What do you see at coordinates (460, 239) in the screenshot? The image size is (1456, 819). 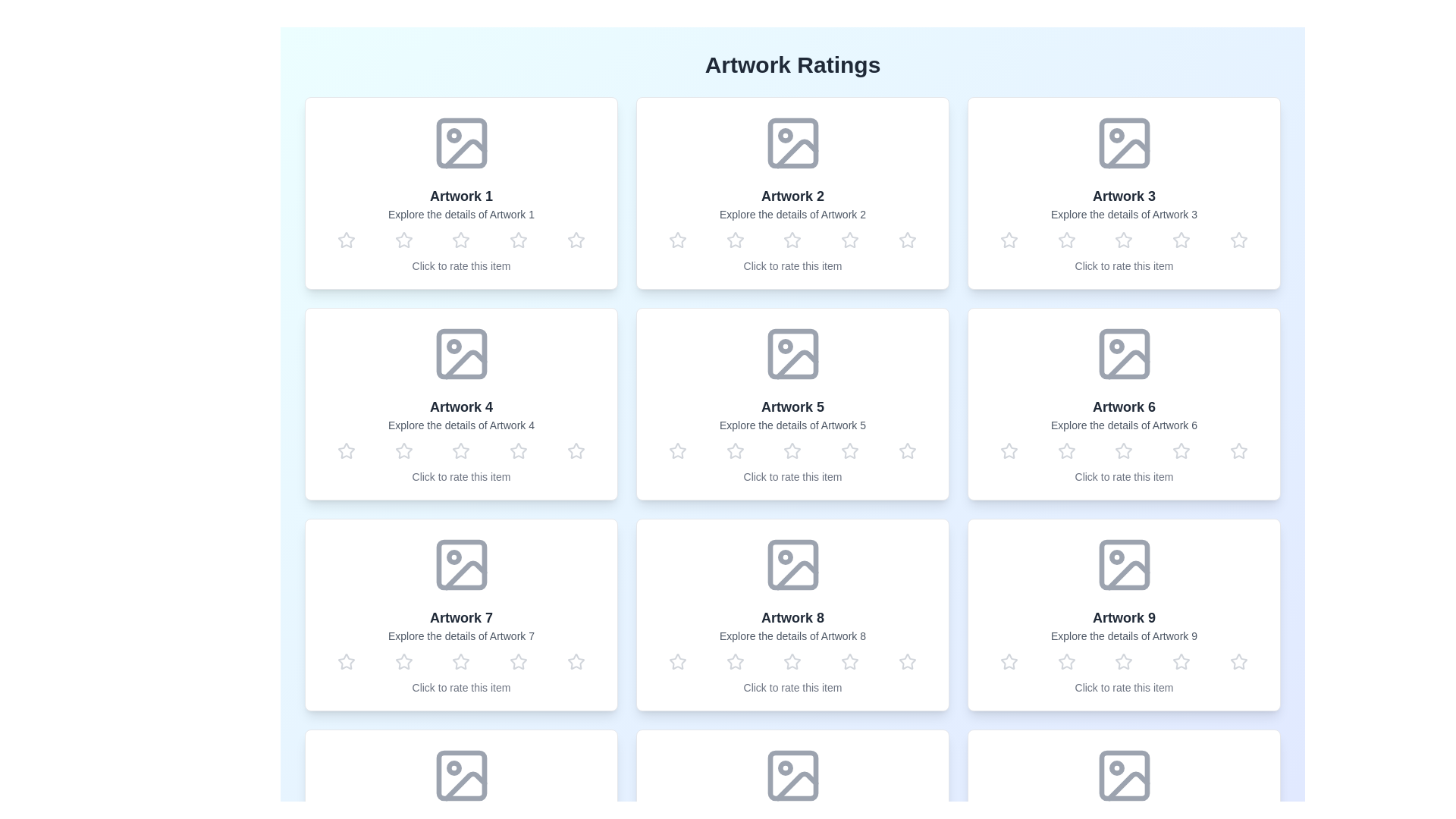 I see `the star corresponding to 3 to observe interaction feedback` at bounding box center [460, 239].